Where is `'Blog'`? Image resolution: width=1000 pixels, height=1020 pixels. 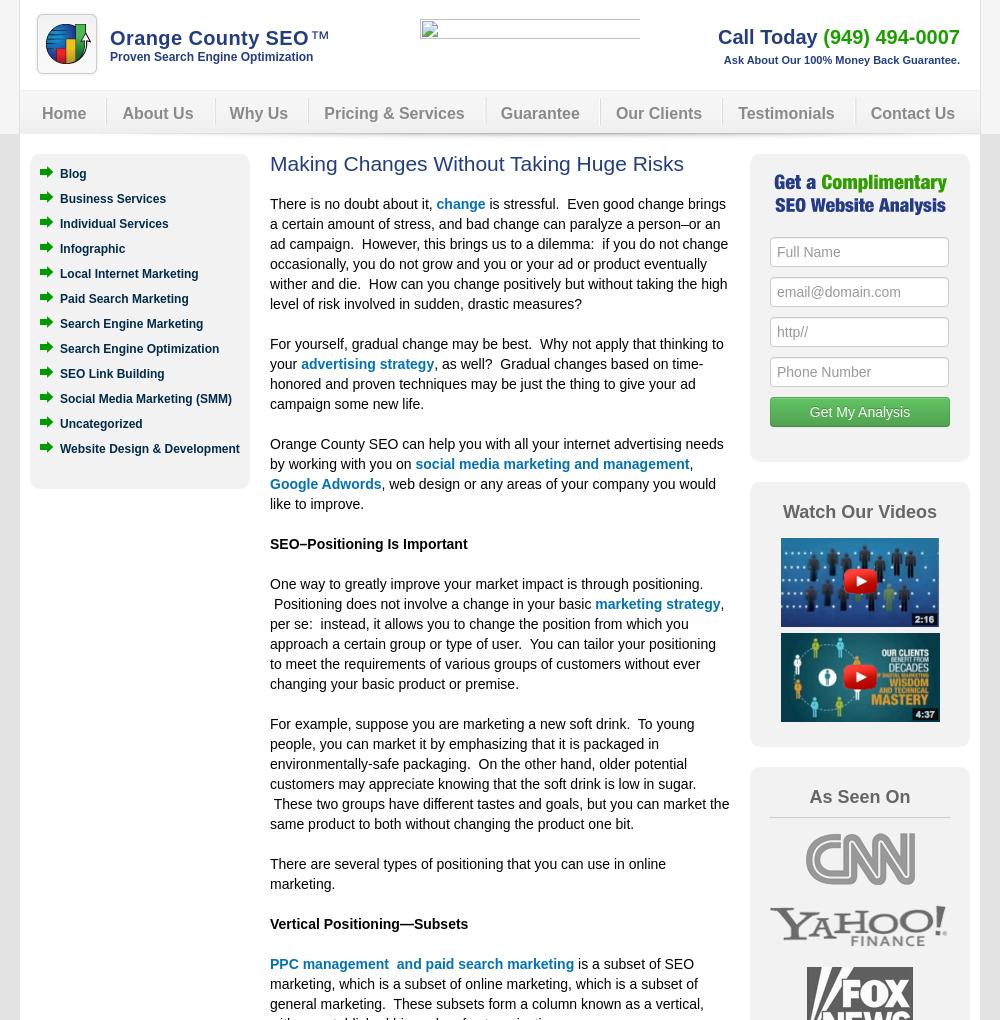
'Blog' is located at coordinates (72, 173).